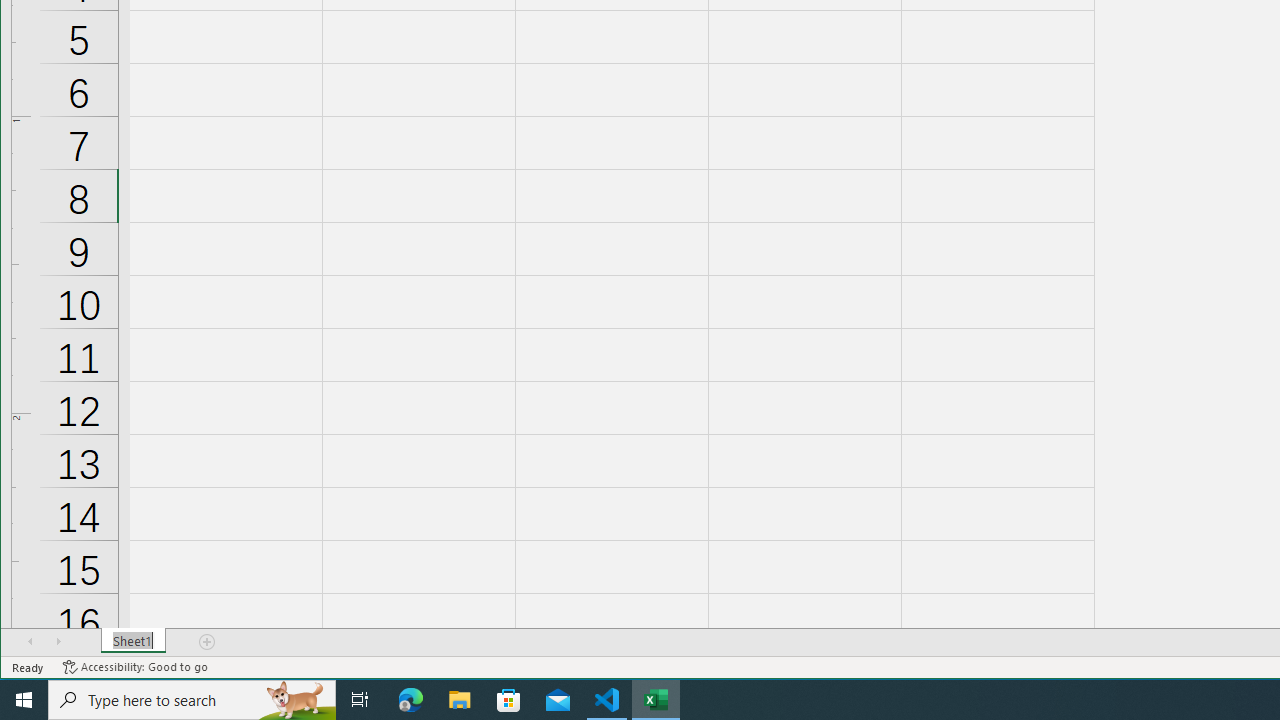 The width and height of the screenshot is (1280, 720). I want to click on 'Excel - 1 running window', so click(656, 698).